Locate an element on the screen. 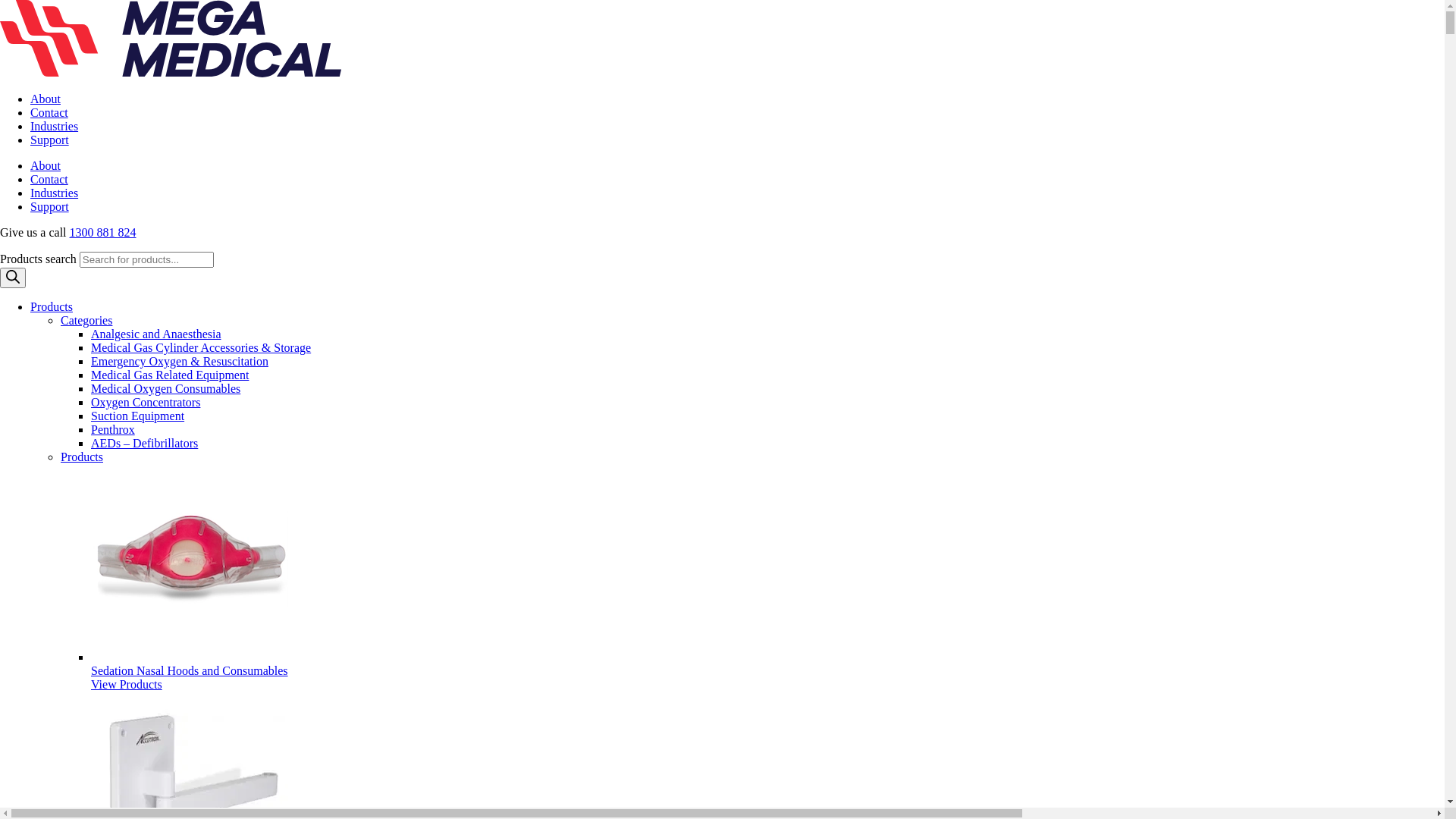 The width and height of the screenshot is (1456, 819). 'Medical Gas Related Equipment' is located at coordinates (90, 375).